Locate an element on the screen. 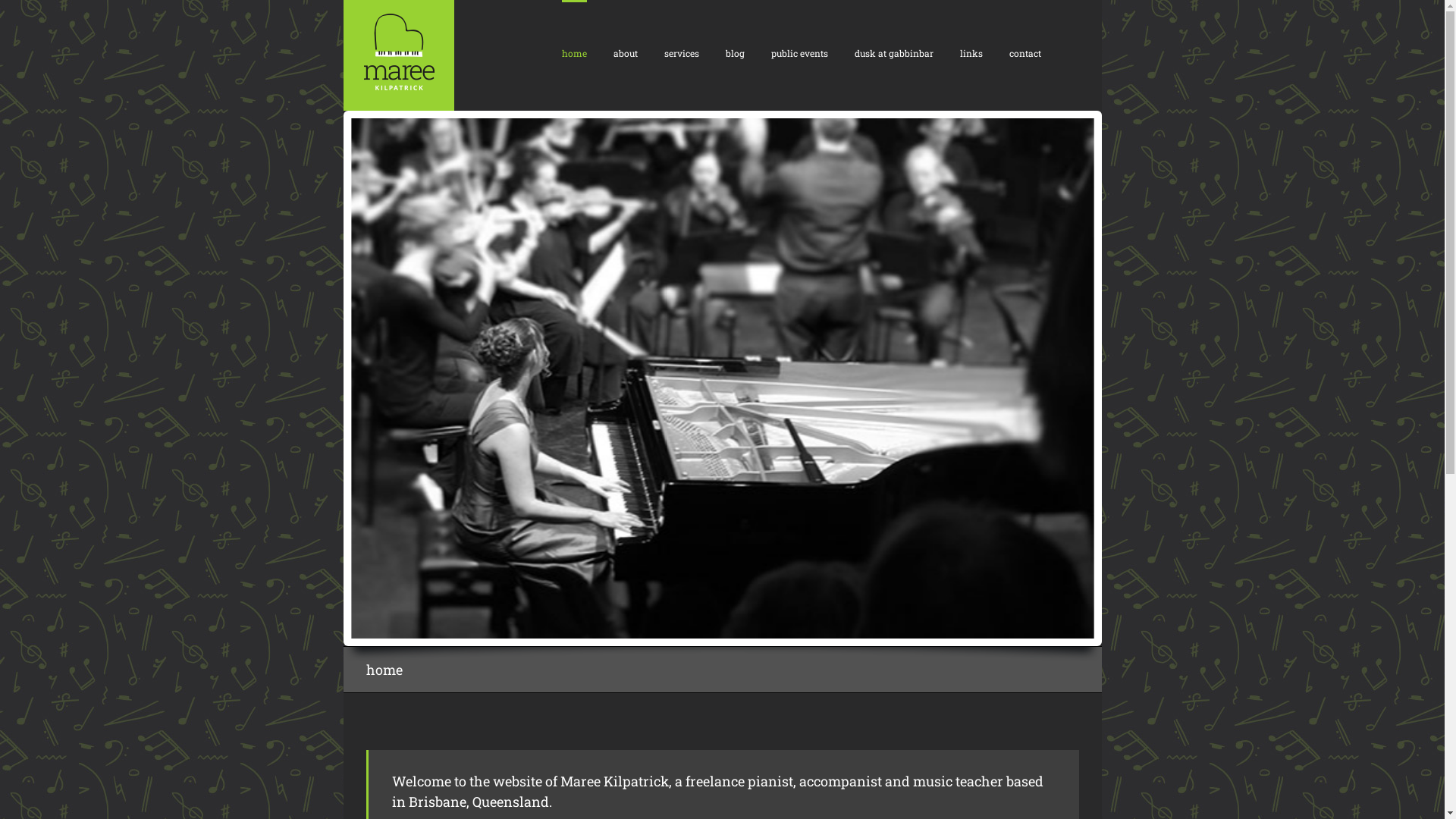 This screenshot has width=1456, height=819. 'contact' is located at coordinates (1024, 52).